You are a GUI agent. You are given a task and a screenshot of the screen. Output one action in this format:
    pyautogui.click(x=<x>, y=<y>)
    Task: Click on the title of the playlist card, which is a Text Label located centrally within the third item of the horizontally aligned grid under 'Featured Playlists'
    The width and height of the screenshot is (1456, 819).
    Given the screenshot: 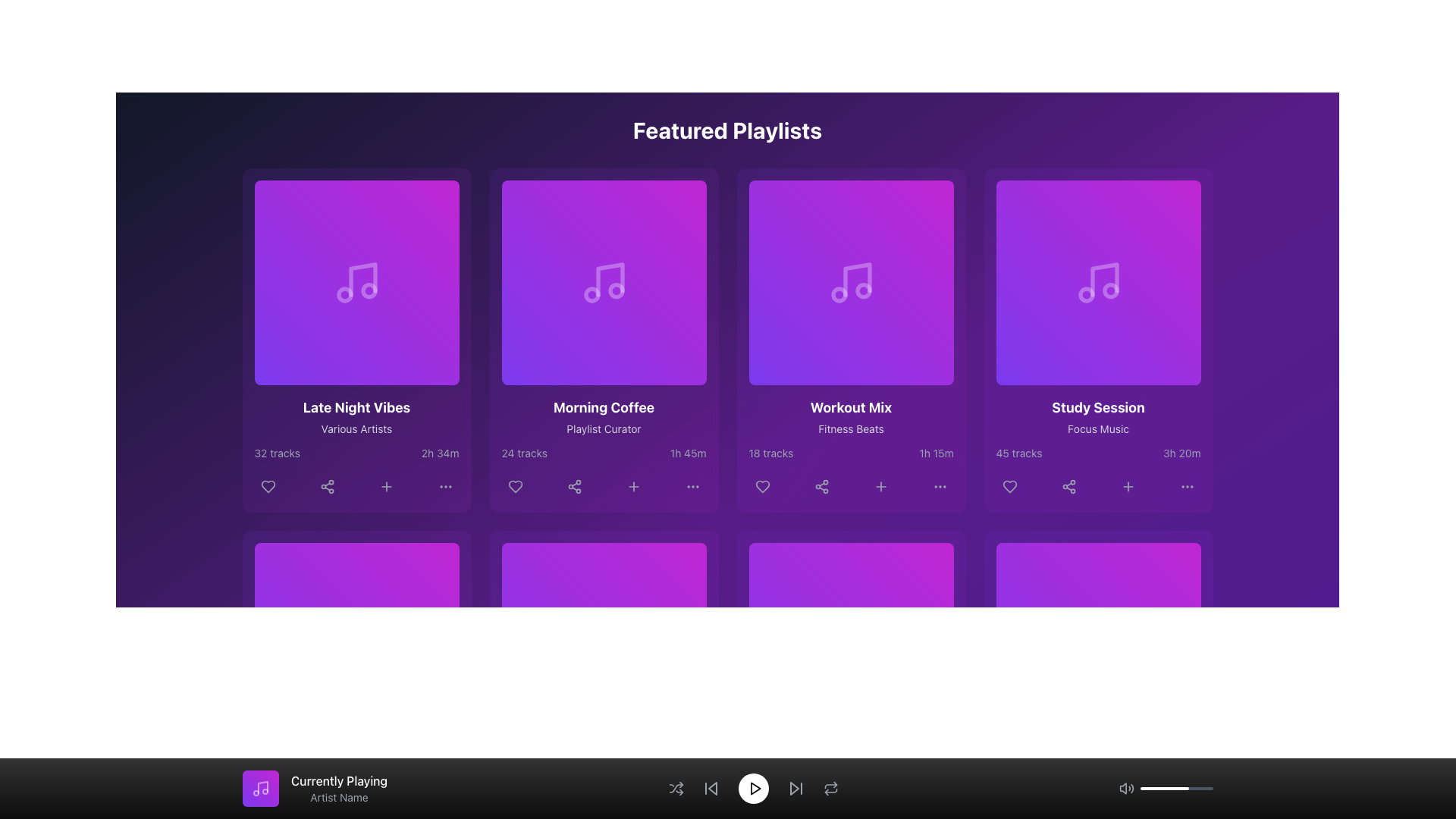 What is the action you would take?
    pyautogui.click(x=851, y=406)
    